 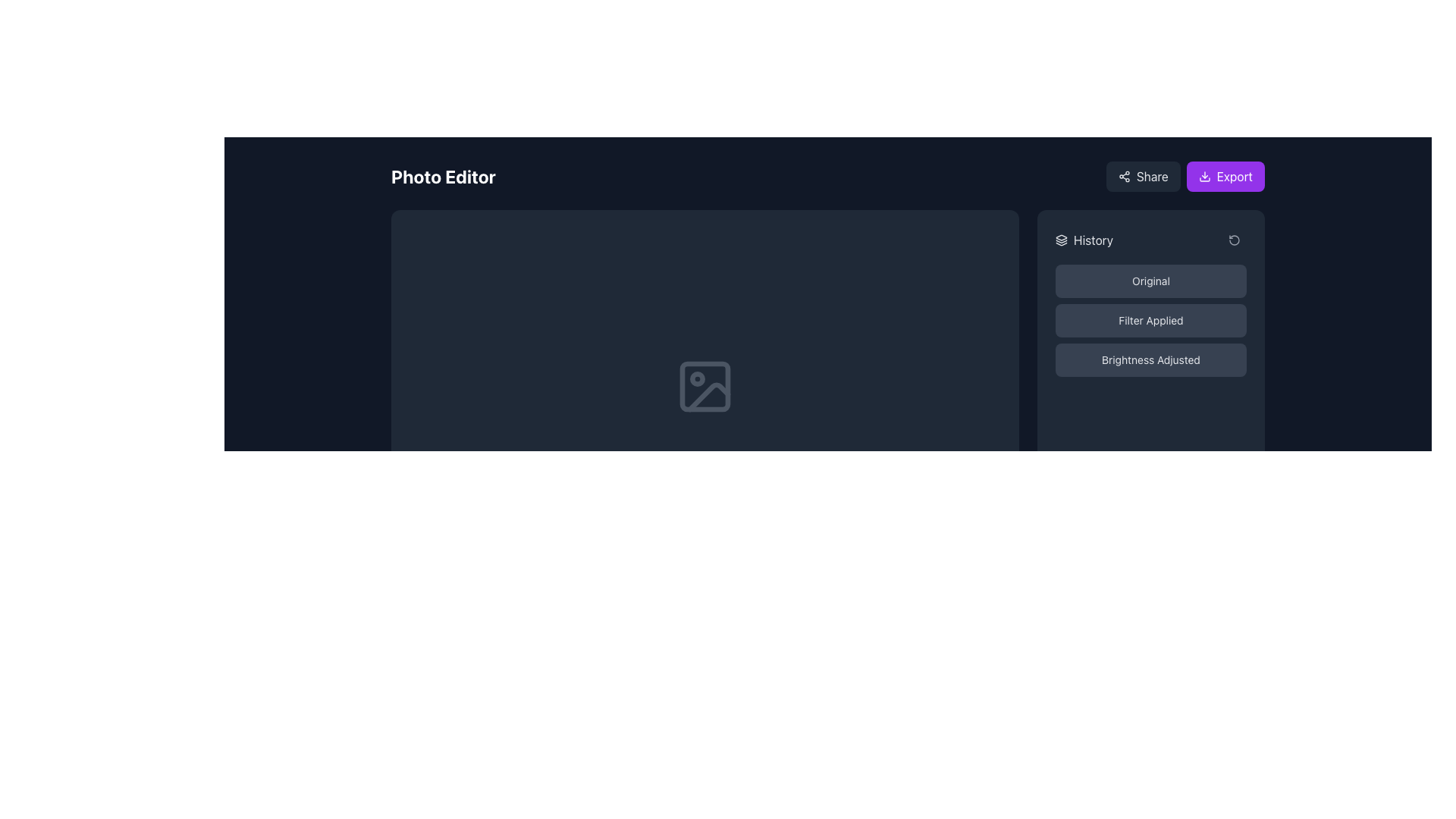 I want to click on the 'Change Image' button, which is a rectangular button with a white background and rounded corners, so click(x=704, y=385).